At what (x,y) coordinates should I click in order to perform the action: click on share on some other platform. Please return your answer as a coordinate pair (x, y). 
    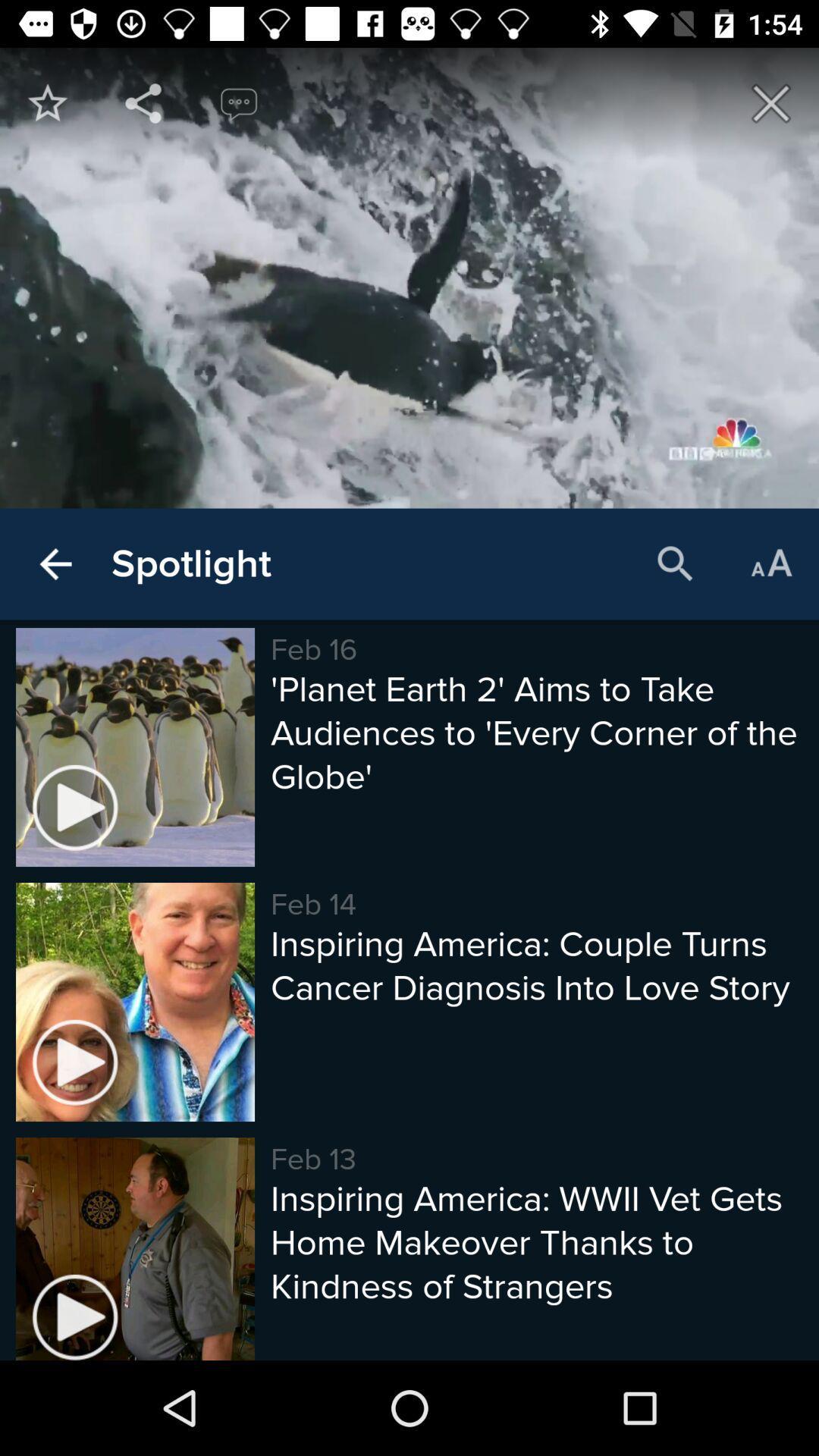
    Looking at the image, I should click on (143, 102).